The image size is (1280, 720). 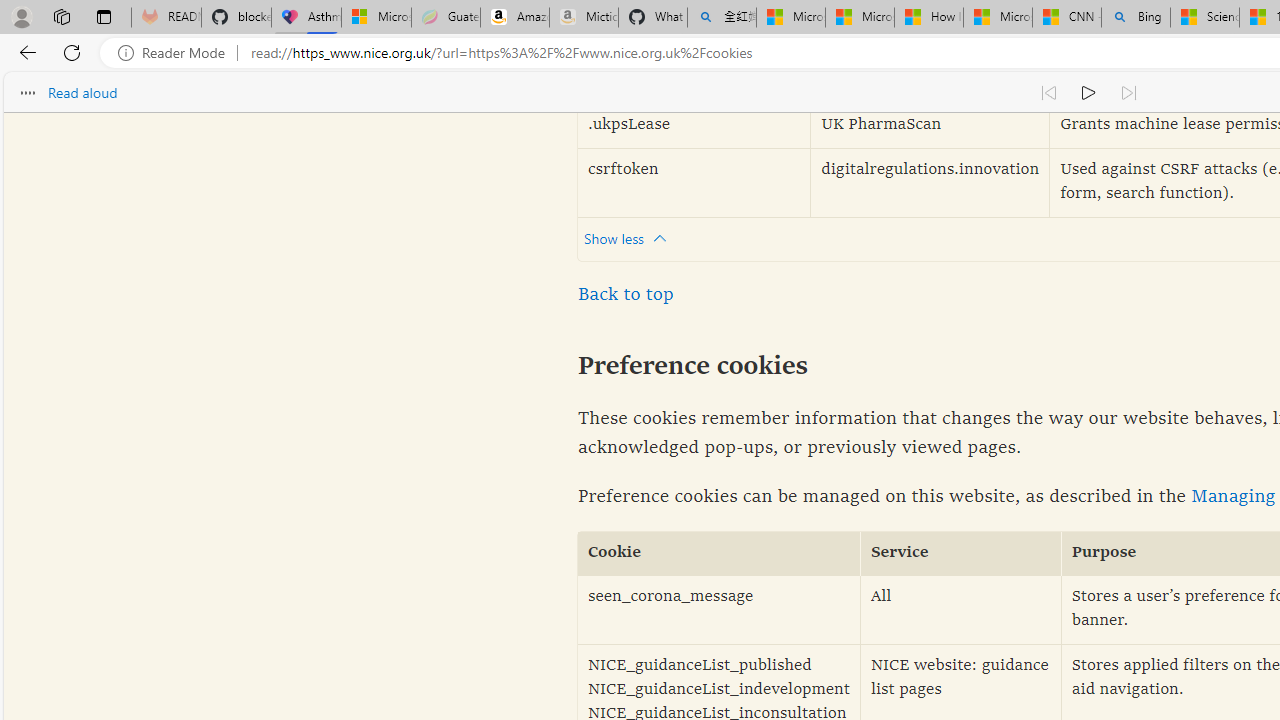 I want to click on 'Reader Mode', so click(x=177, y=52).